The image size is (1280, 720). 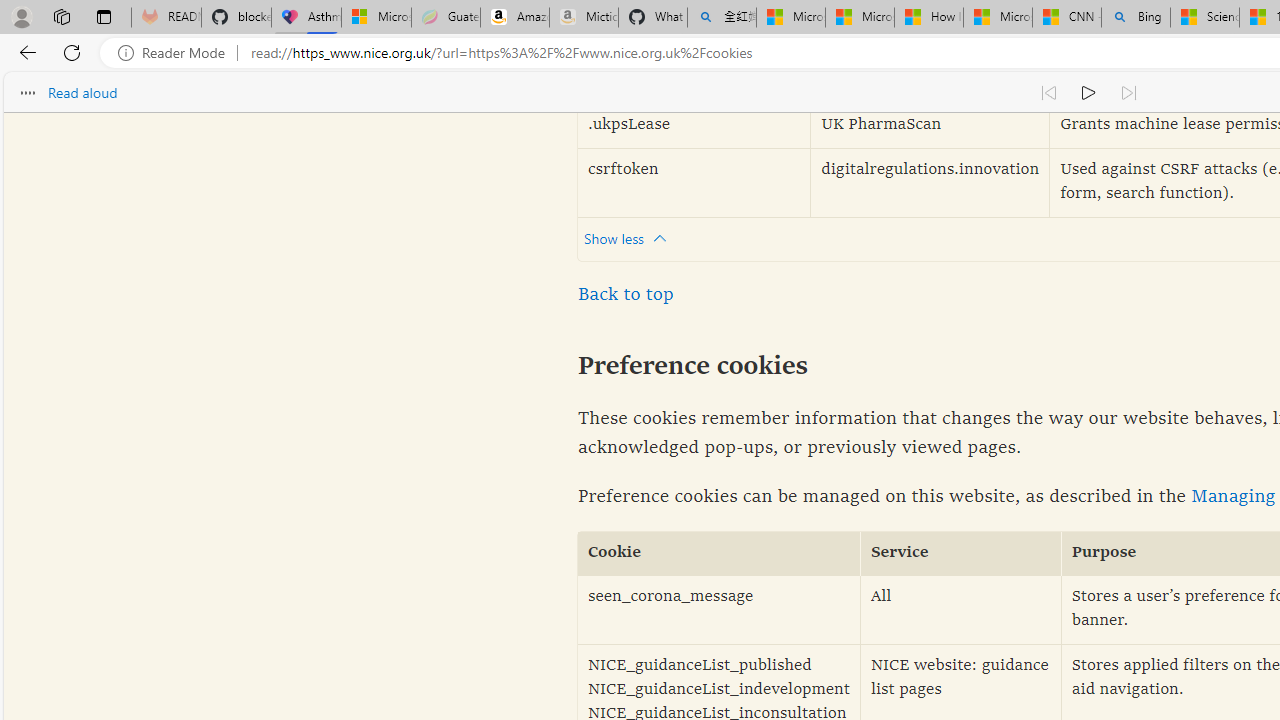 I want to click on 'Reader Mode', so click(x=177, y=52).